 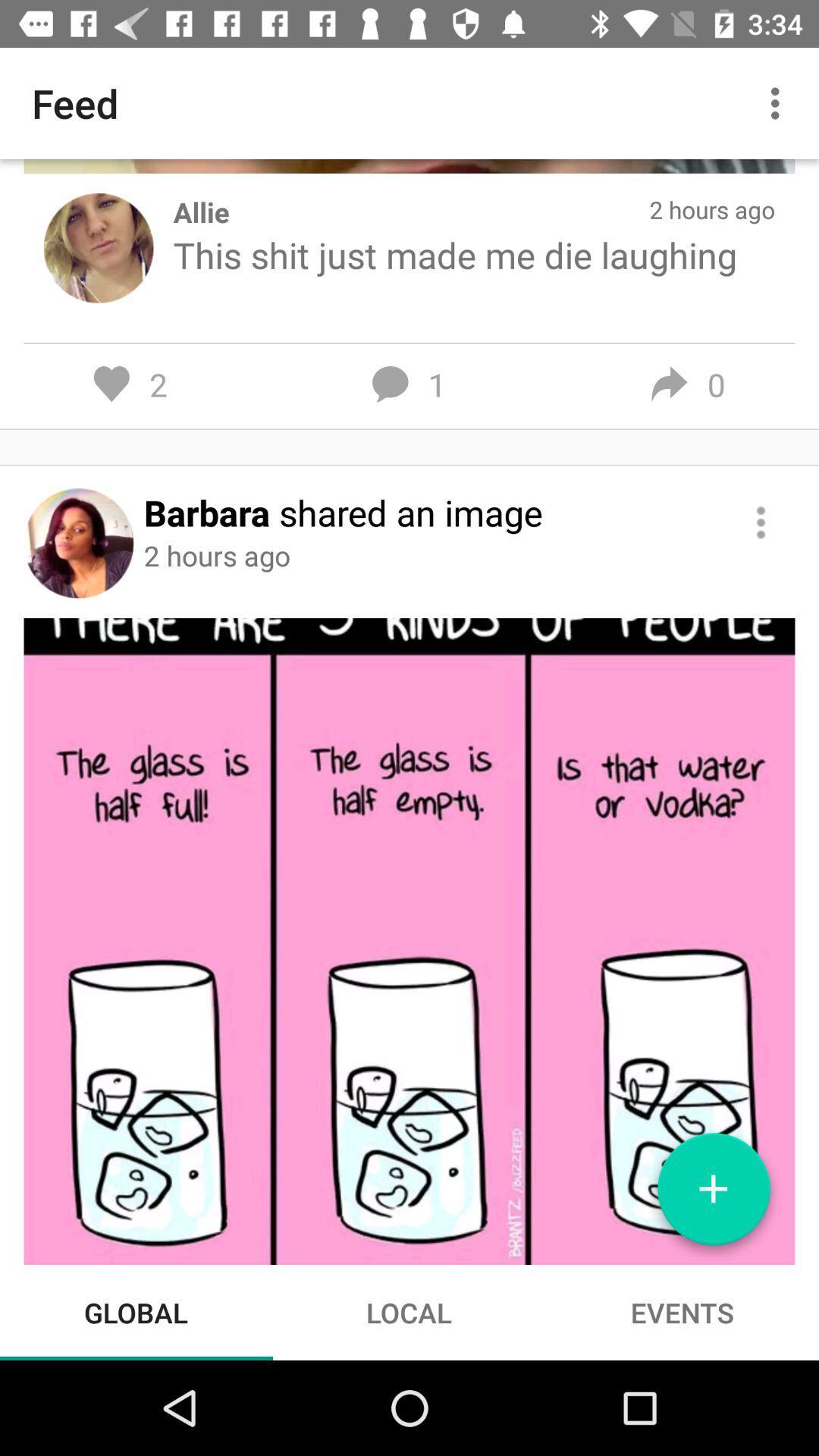 What do you see at coordinates (761, 522) in the screenshot?
I see `the item next to the barbara shared an` at bounding box center [761, 522].